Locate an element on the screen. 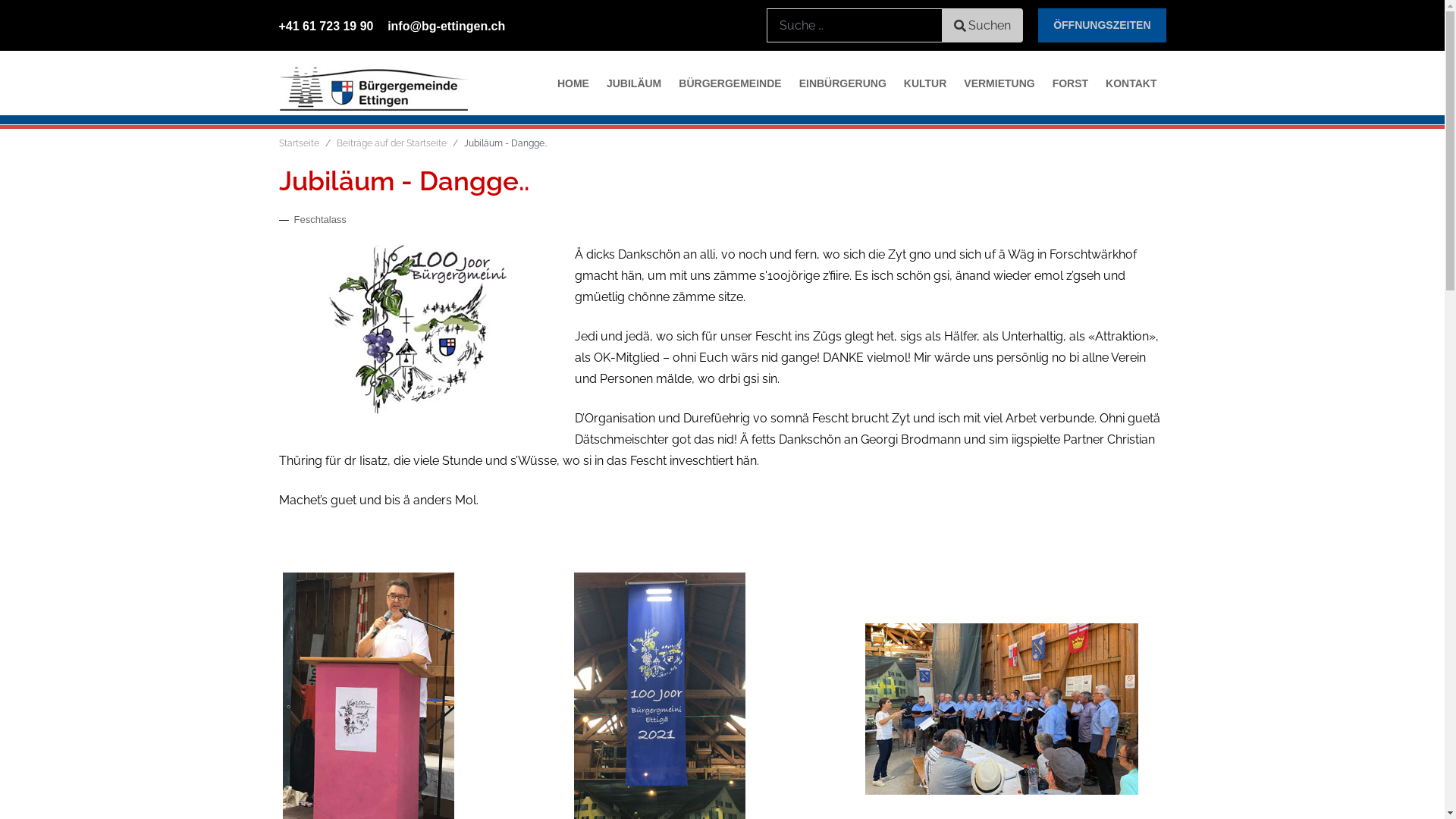  'info@bg-ettingen.ch' is located at coordinates (387, 26).